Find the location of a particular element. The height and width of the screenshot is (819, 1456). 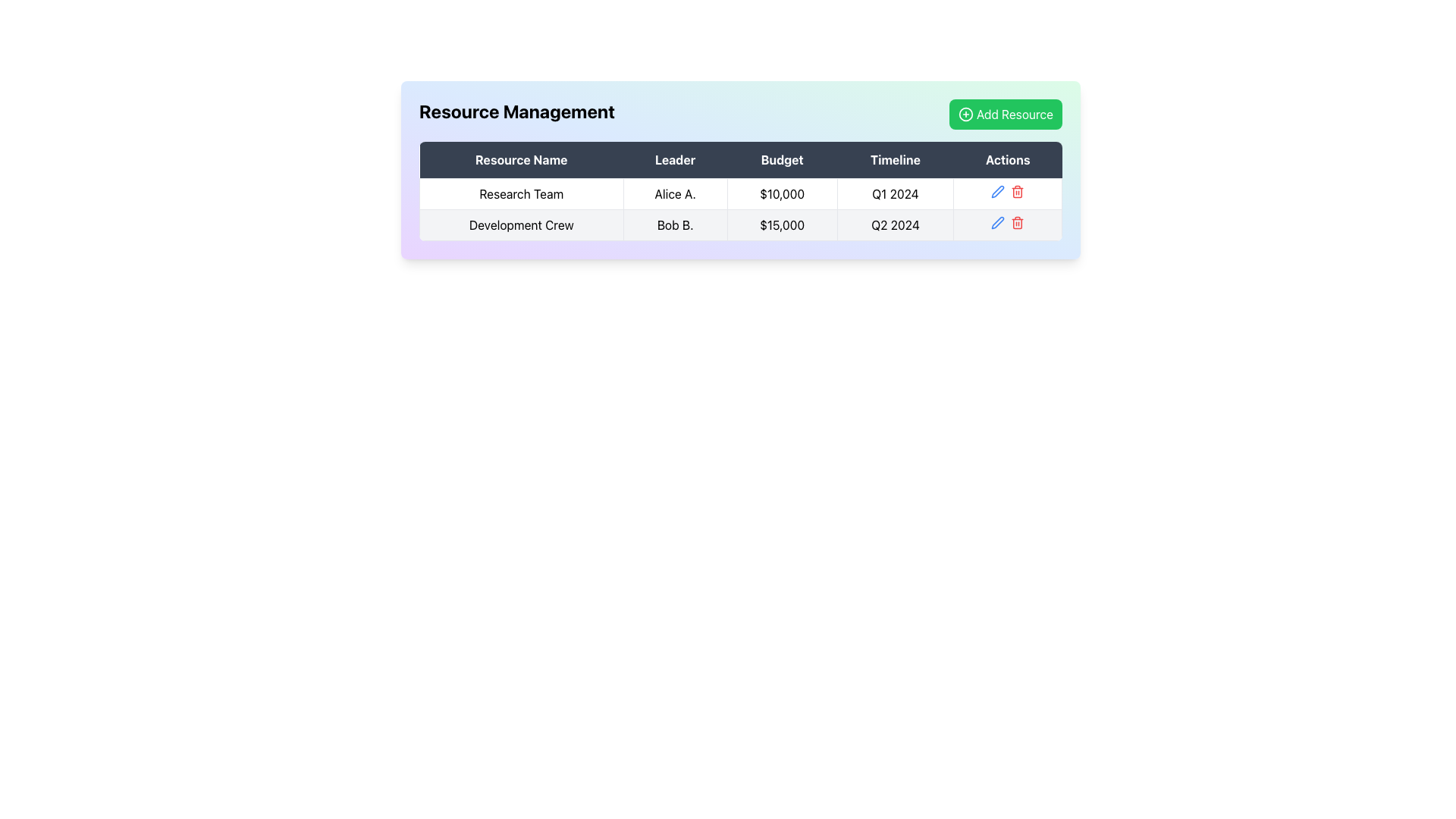

text 'Q1 2024' from the table cell located in the 'Timeline' column of the first row, which has a black text color on a white background and is centered within its cell is located at coordinates (895, 193).